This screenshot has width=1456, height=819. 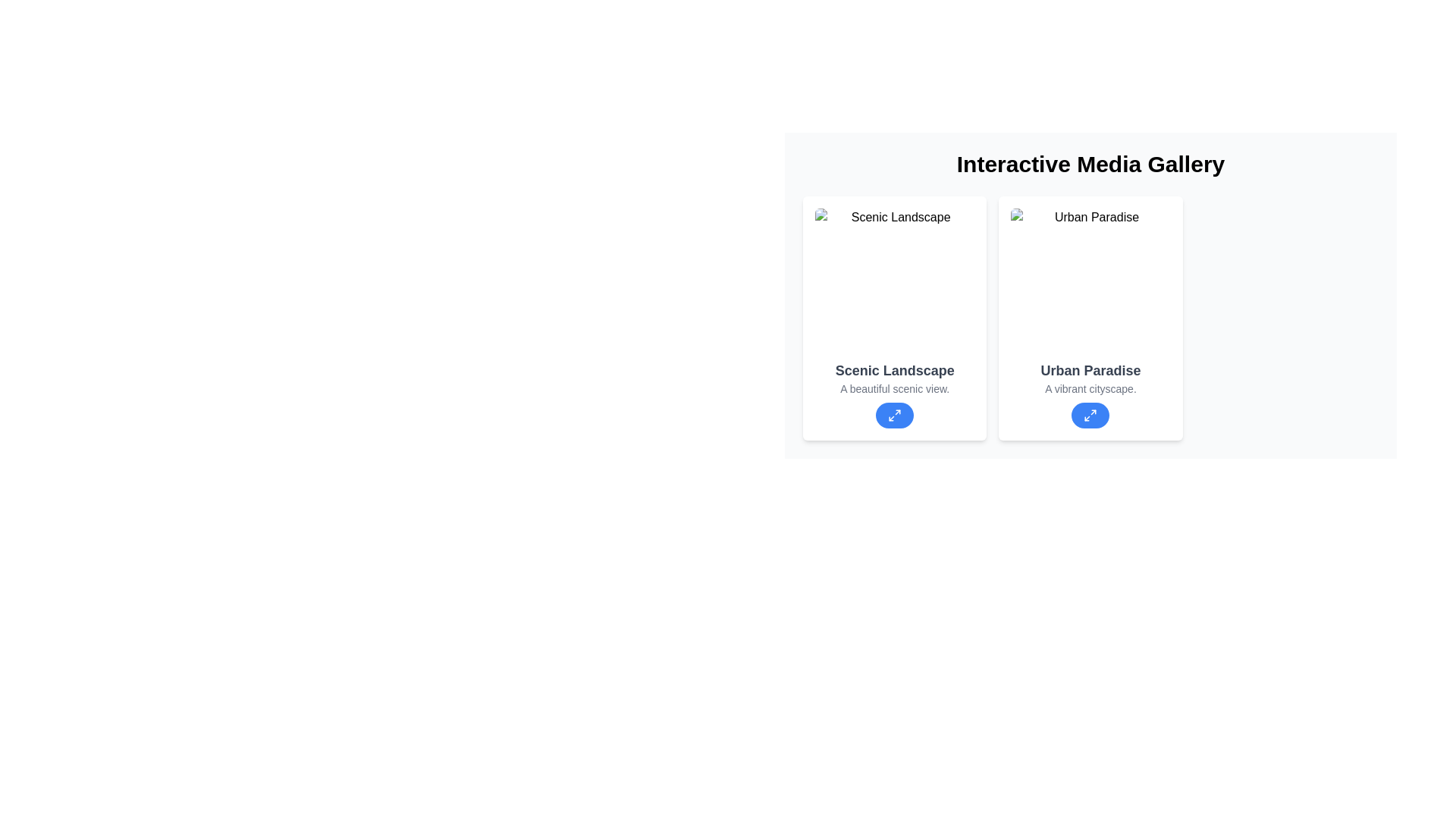 What do you see at coordinates (1090, 295) in the screenshot?
I see `the second card titled 'Urban Paradise' in the 'Interactive Media Gallery' section` at bounding box center [1090, 295].